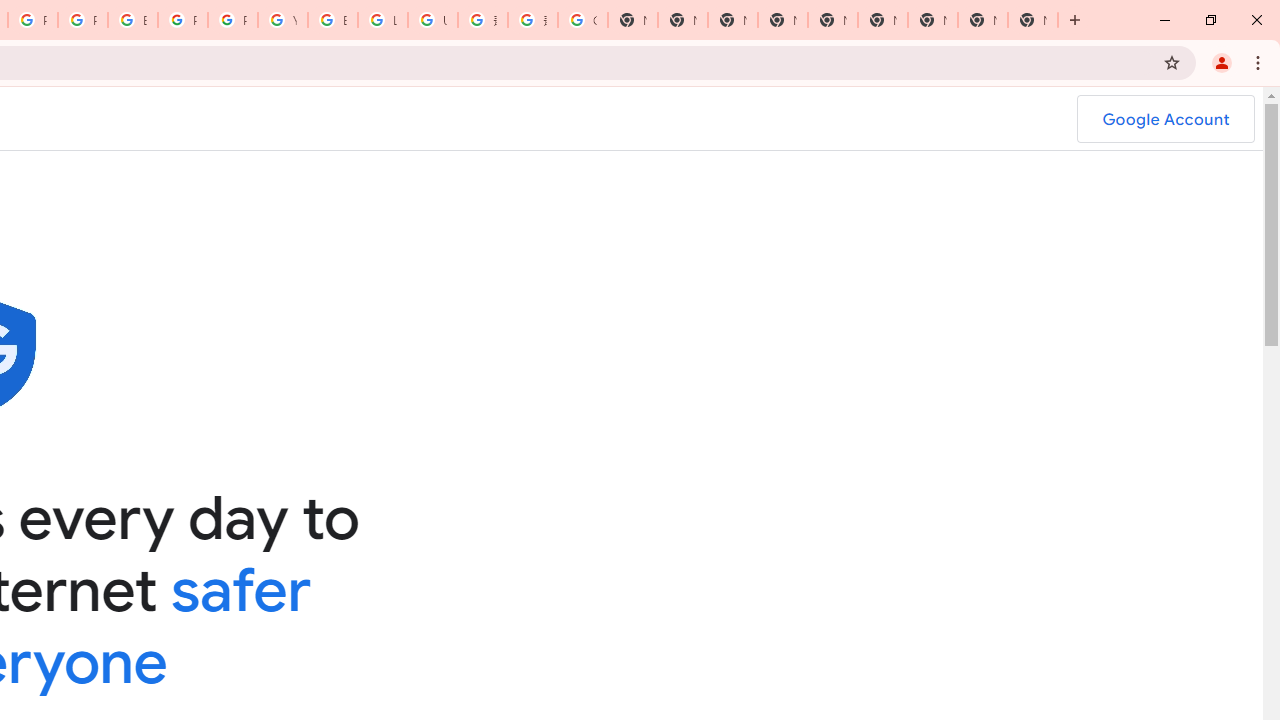  What do you see at coordinates (1032, 20) in the screenshot?
I see `'New Tab'` at bounding box center [1032, 20].